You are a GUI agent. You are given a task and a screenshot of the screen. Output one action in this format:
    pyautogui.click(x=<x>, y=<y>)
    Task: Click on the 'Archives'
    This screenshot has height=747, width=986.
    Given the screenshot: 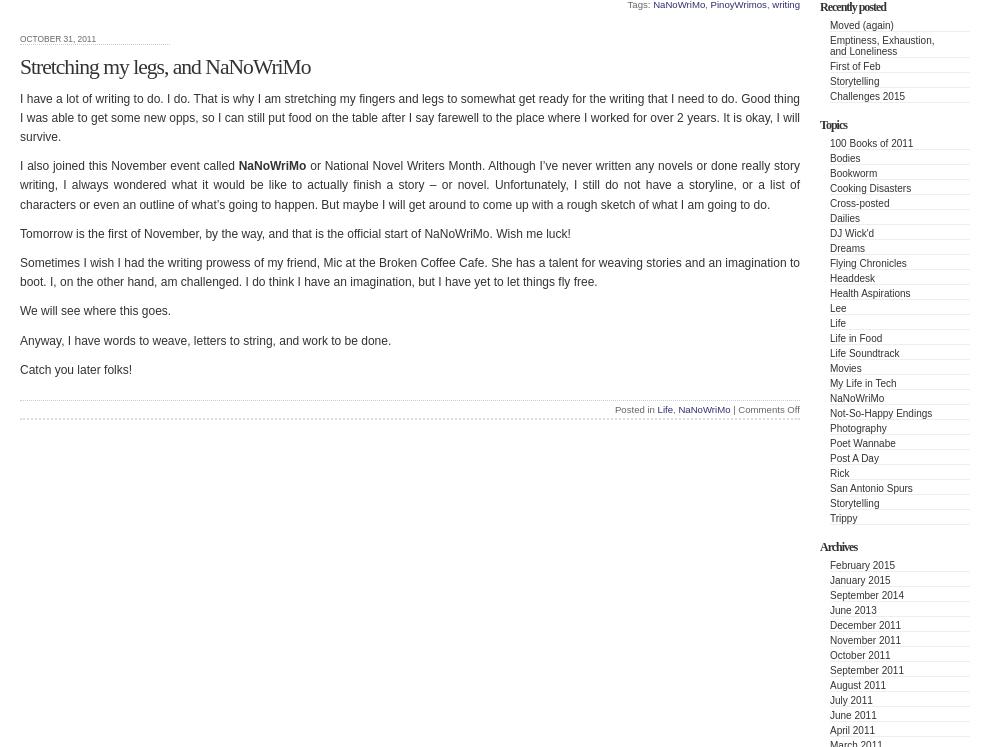 What is the action you would take?
    pyautogui.click(x=837, y=544)
    